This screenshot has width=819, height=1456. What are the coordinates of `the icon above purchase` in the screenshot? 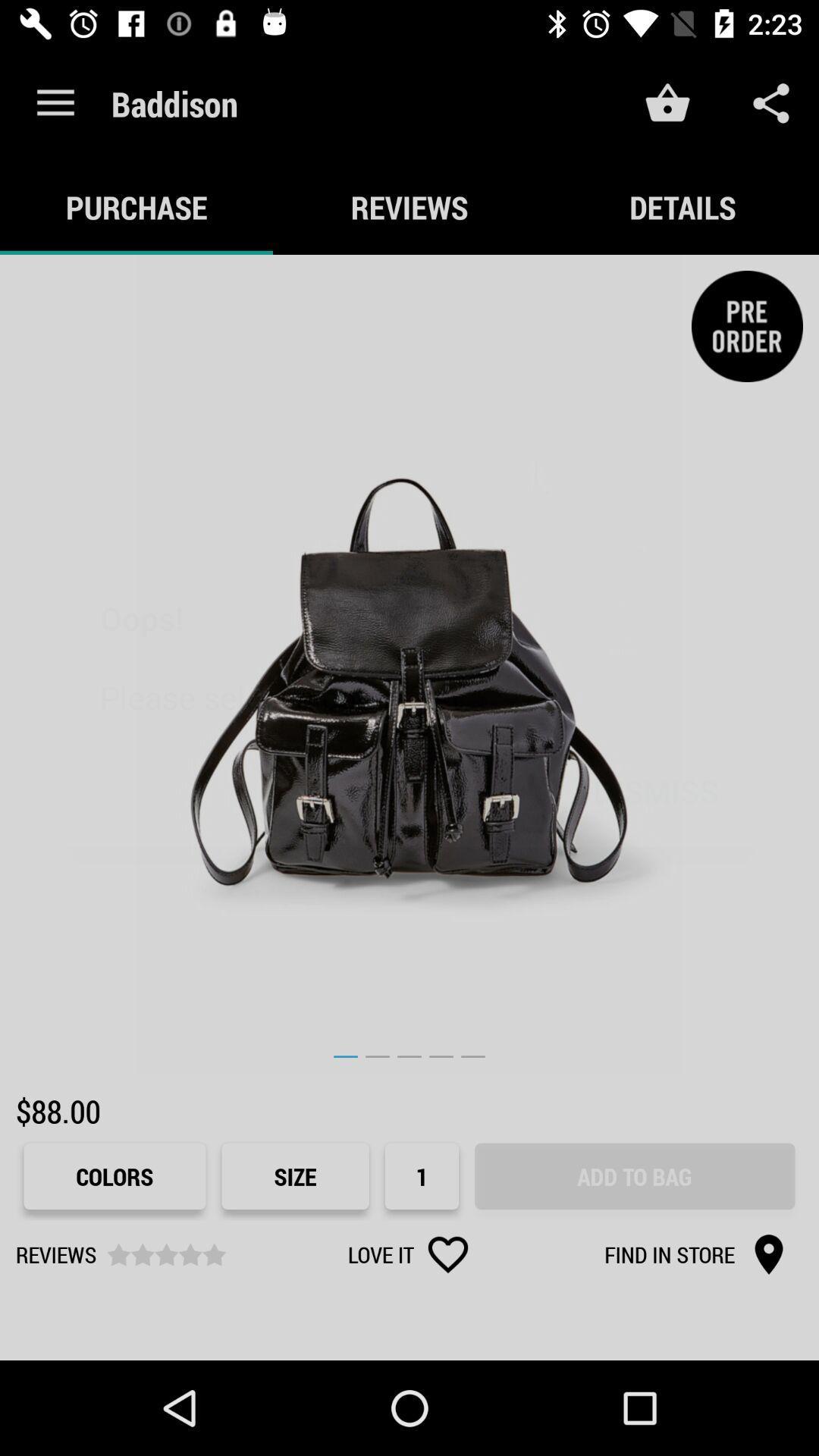 It's located at (55, 102).